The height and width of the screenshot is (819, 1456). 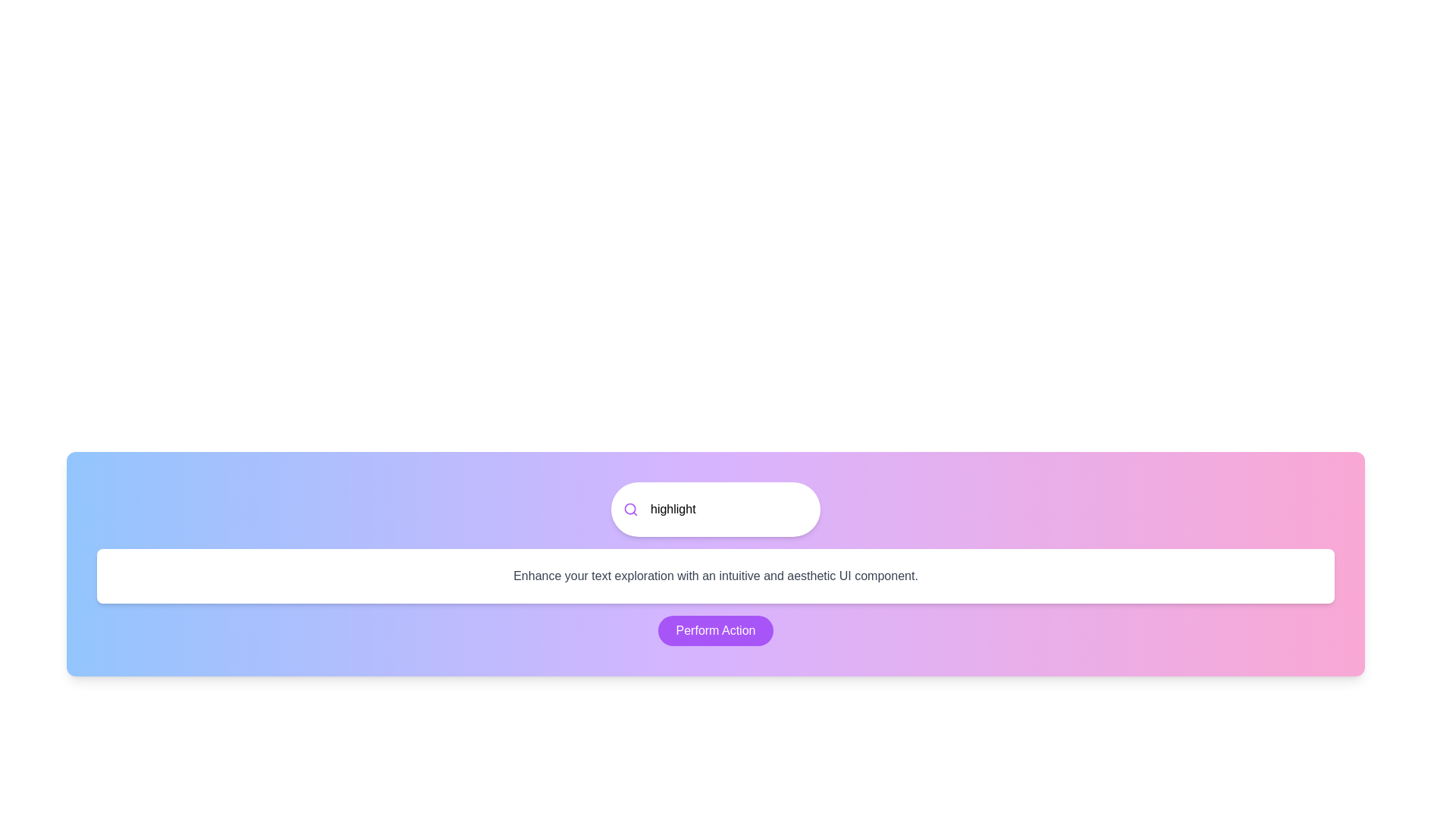 I want to click on the search icon, which is styled as a magnifying glass with a purple outline, located in a rounded white box at the top of the layout, positioned to the left of the 'highlight' text input field, so click(x=630, y=509).